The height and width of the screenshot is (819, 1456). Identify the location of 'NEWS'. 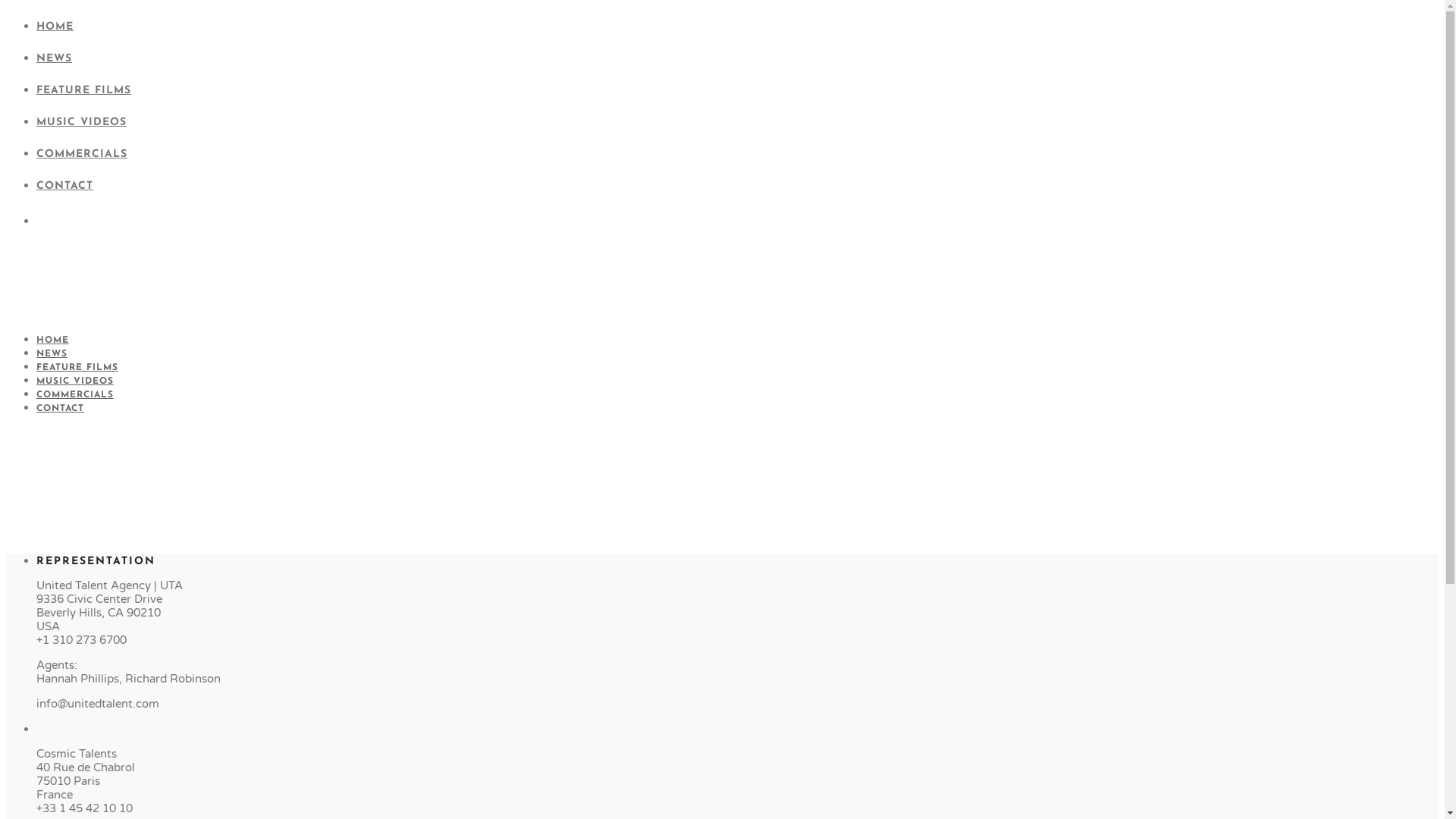
(52, 353).